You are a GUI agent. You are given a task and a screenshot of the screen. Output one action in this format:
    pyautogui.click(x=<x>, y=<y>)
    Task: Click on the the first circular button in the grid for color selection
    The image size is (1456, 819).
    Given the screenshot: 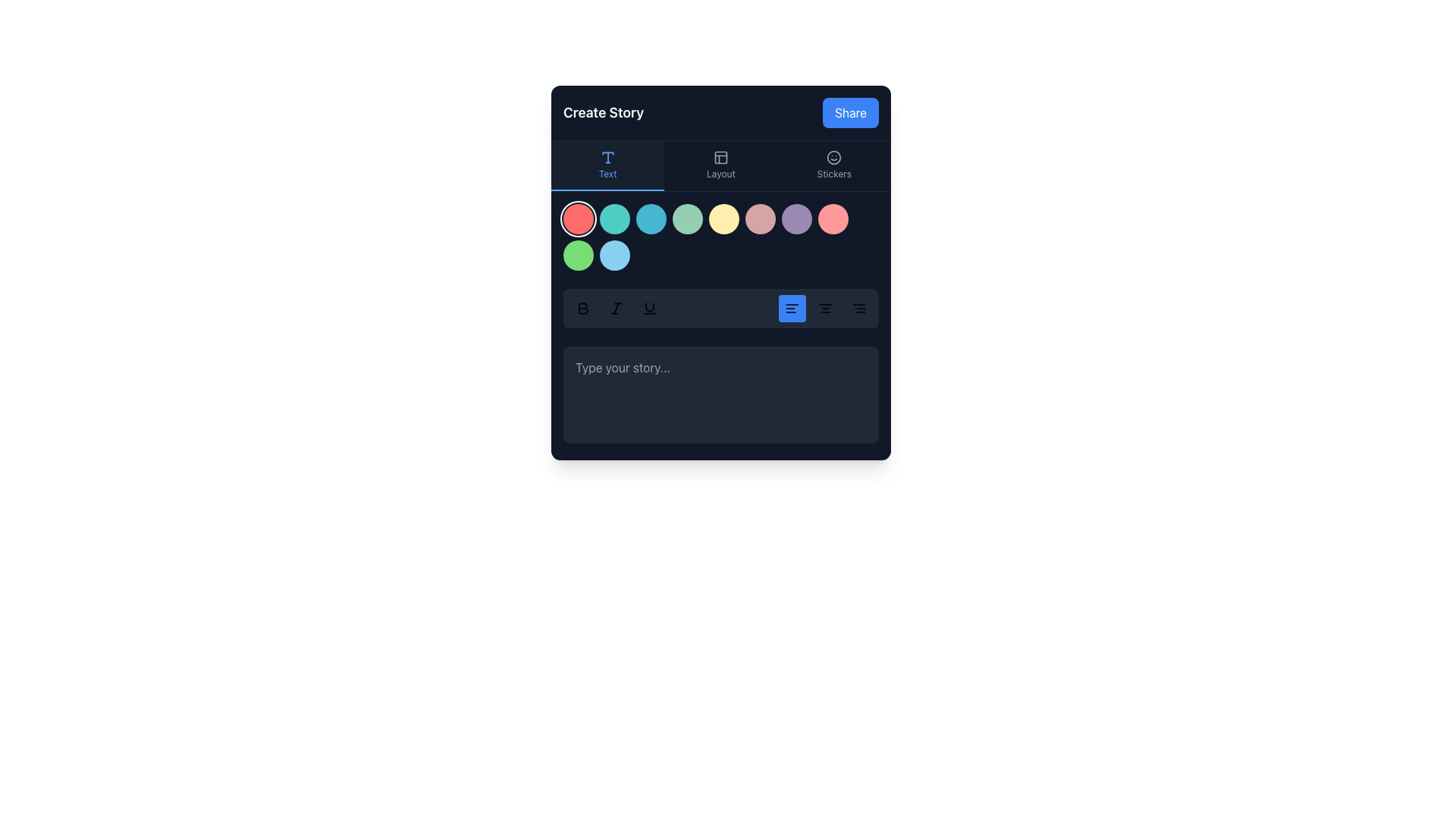 What is the action you would take?
    pyautogui.click(x=578, y=219)
    